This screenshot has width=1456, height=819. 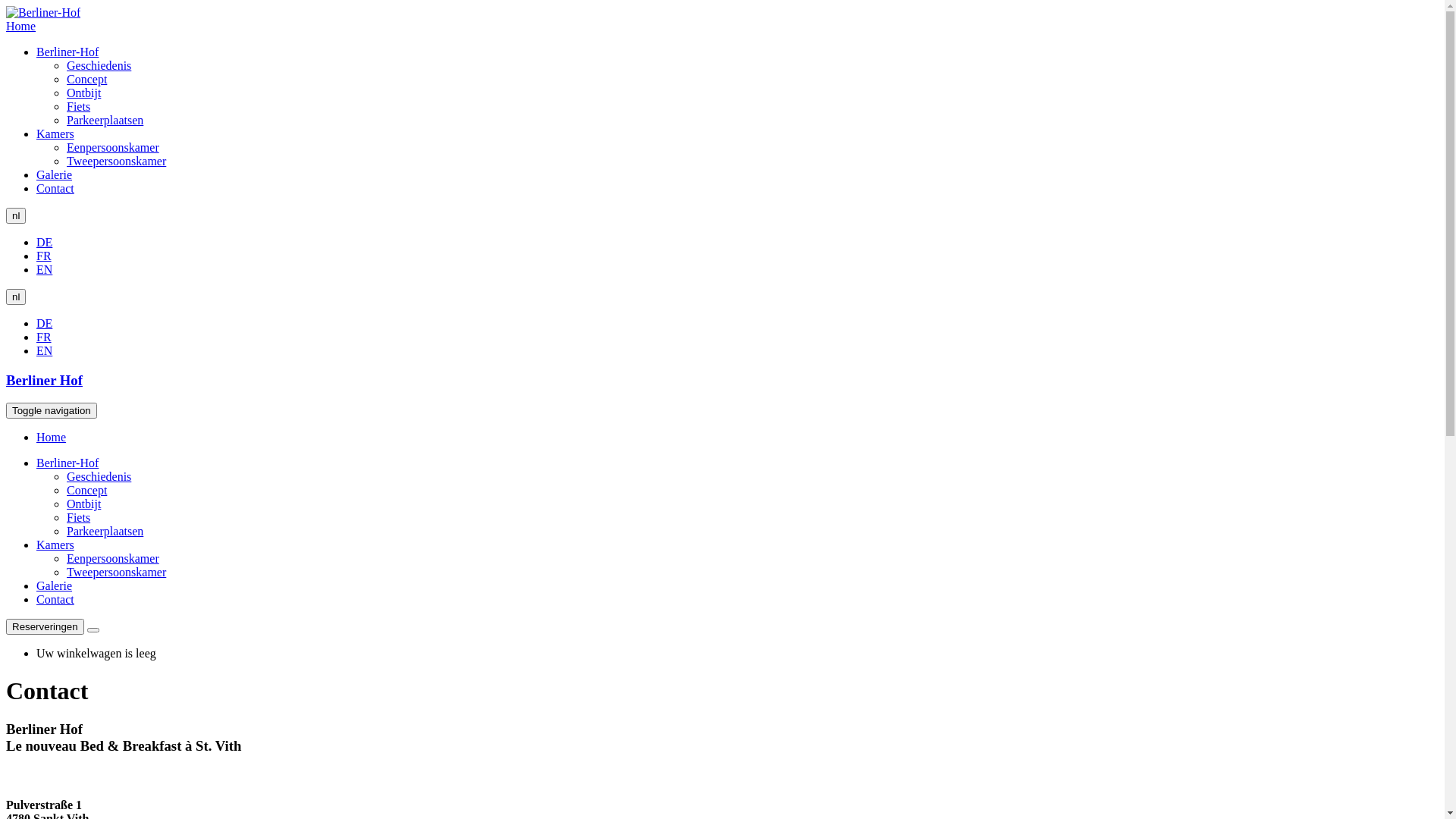 What do you see at coordinates (54, 585) in the screenshot?
I see `'Galerie'` at bounding box center [54, 585].